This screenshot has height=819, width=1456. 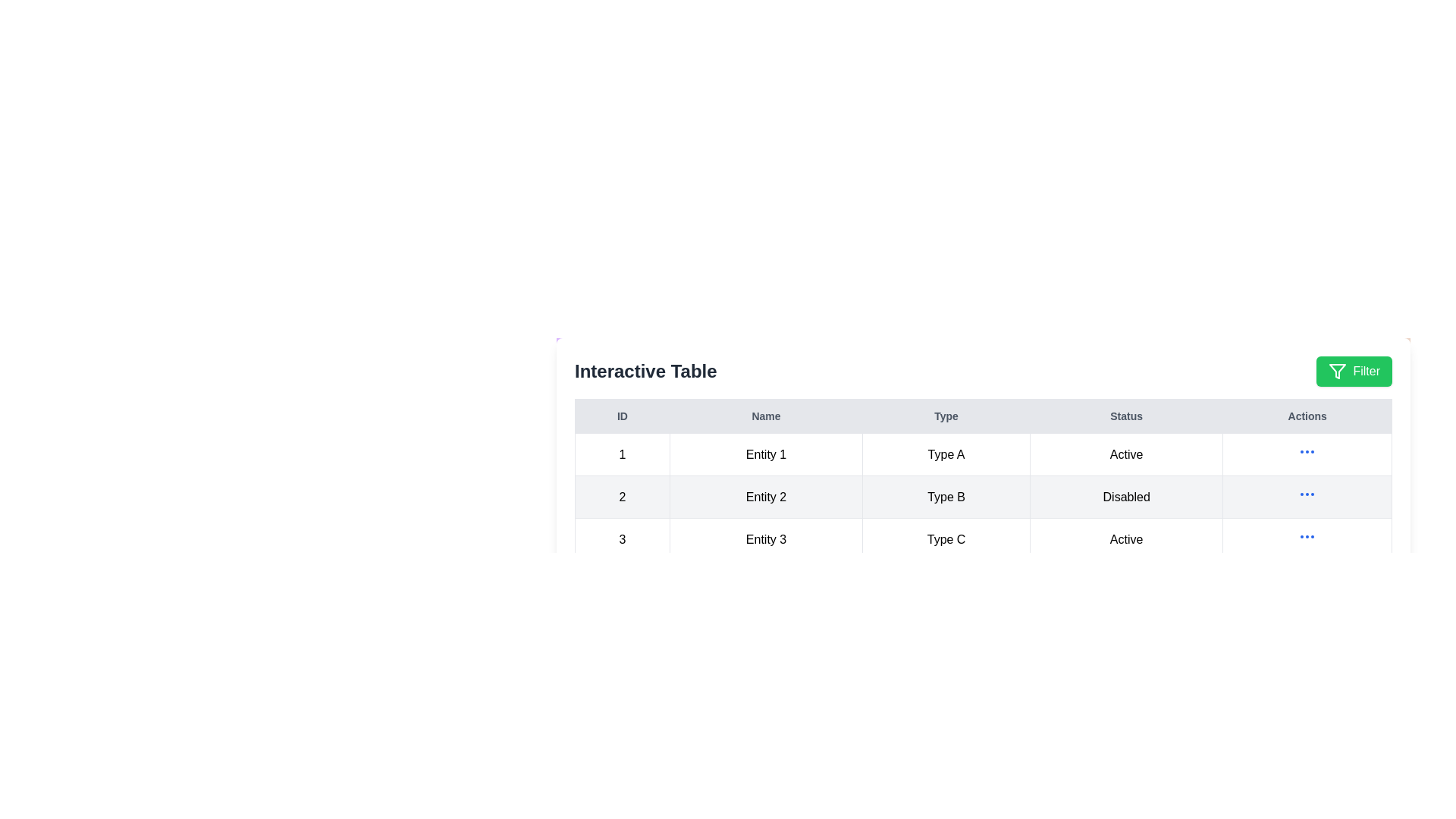 What do you see at coordinates (1354, 371) in the screenshot?
I see `the 'Filter' button to open filtering options` at bounding box center [1354, 371].